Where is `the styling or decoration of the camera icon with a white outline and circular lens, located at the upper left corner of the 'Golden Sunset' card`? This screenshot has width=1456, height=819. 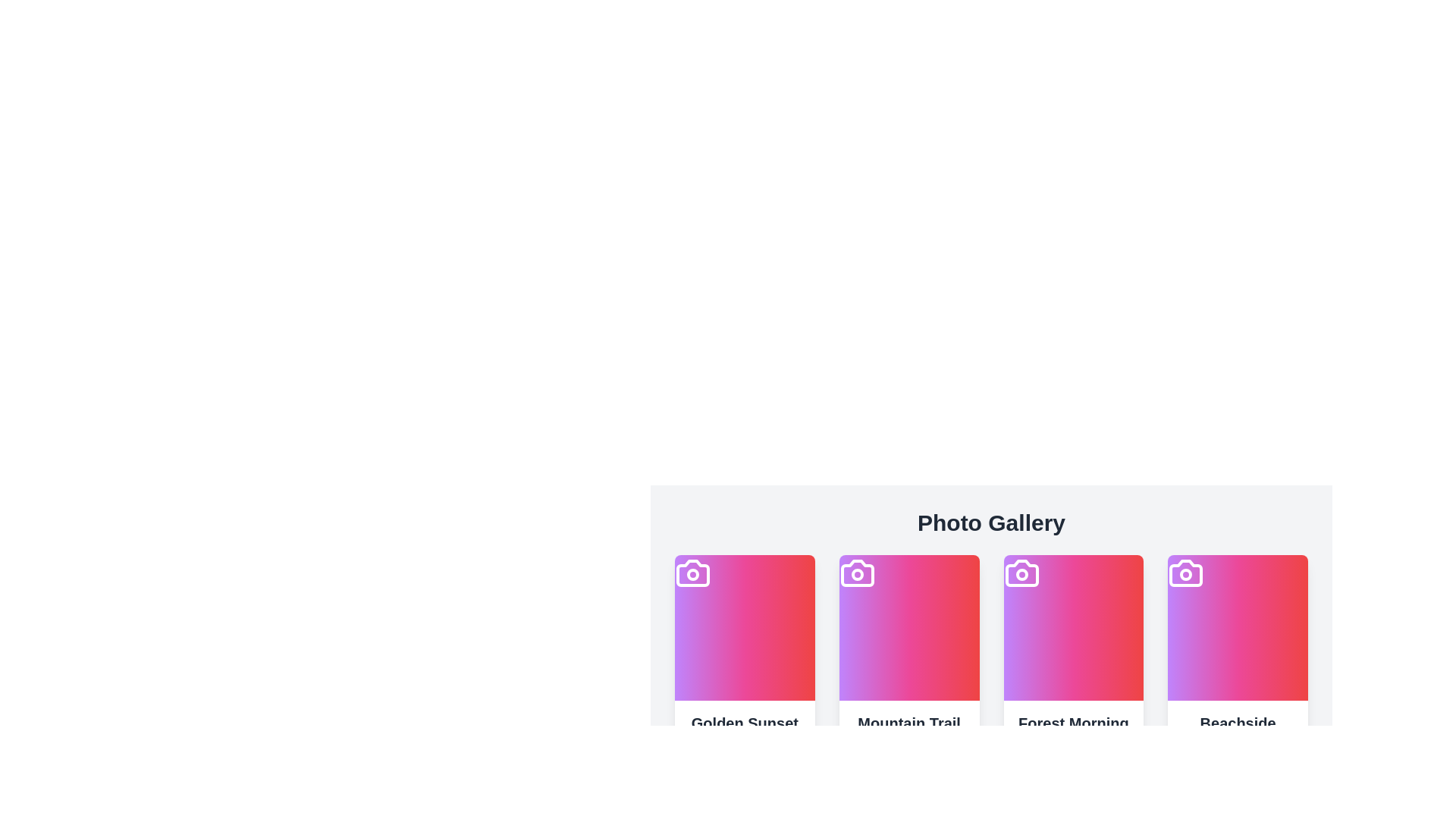
the styling or decoration of the camera icon with a white outline and circular lens, located at the upper left corner of the 'Golden Sunset' card is located at coordinates (692, 573).